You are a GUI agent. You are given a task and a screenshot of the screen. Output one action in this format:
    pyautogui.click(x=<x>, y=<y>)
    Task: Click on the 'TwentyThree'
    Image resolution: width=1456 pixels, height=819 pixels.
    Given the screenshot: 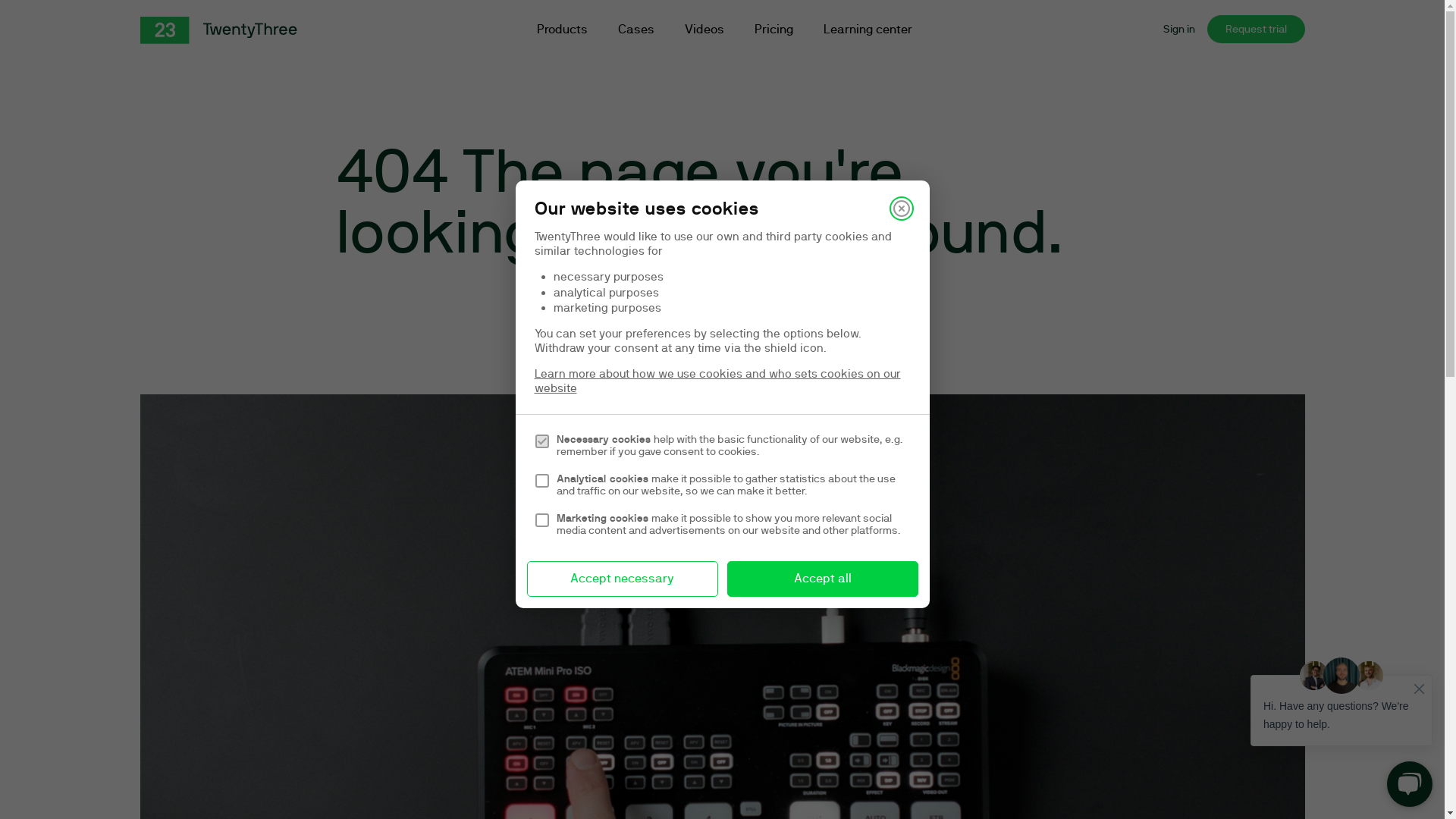 What is the action you would take?
    pyautogui.click(x=218, y=30)
    